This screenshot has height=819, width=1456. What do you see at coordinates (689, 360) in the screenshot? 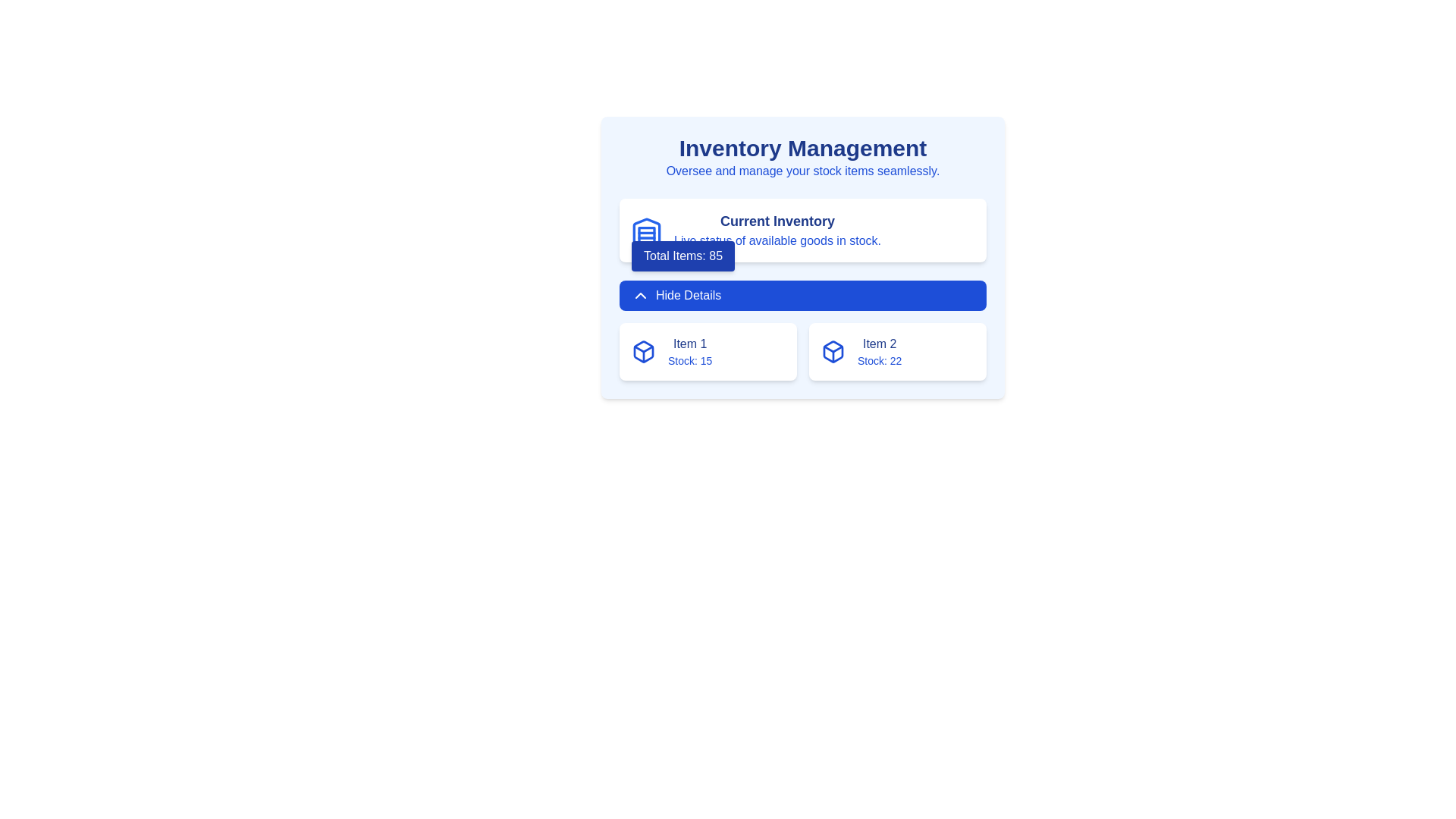
I see `stock information displayed in the text label that shows 'Stock: 15', located below the label 'Item 1'` at bounding box center [689, 360].